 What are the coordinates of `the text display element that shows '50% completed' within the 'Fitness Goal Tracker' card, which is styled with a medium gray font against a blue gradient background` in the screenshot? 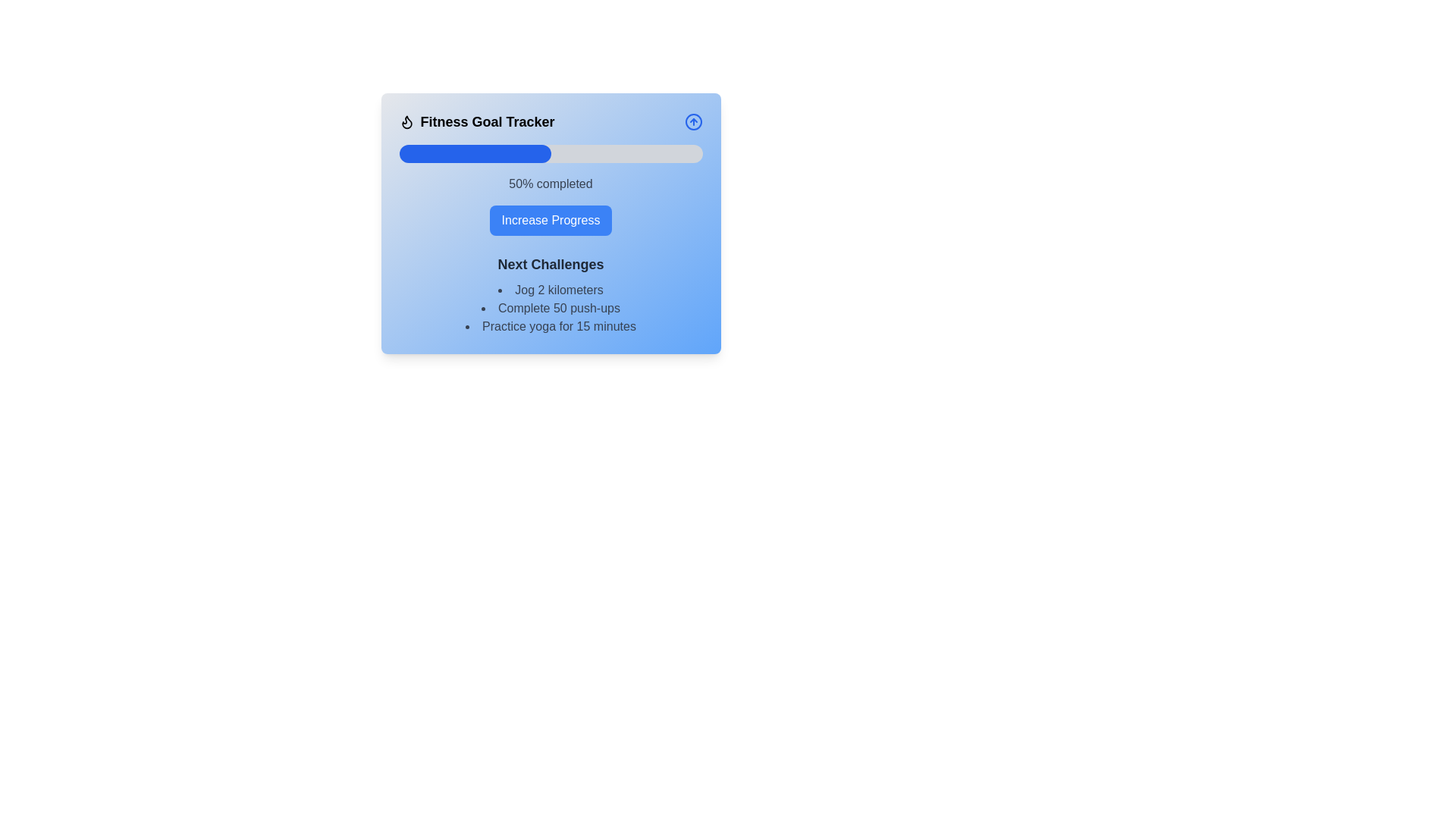 It's located at (550, 184).